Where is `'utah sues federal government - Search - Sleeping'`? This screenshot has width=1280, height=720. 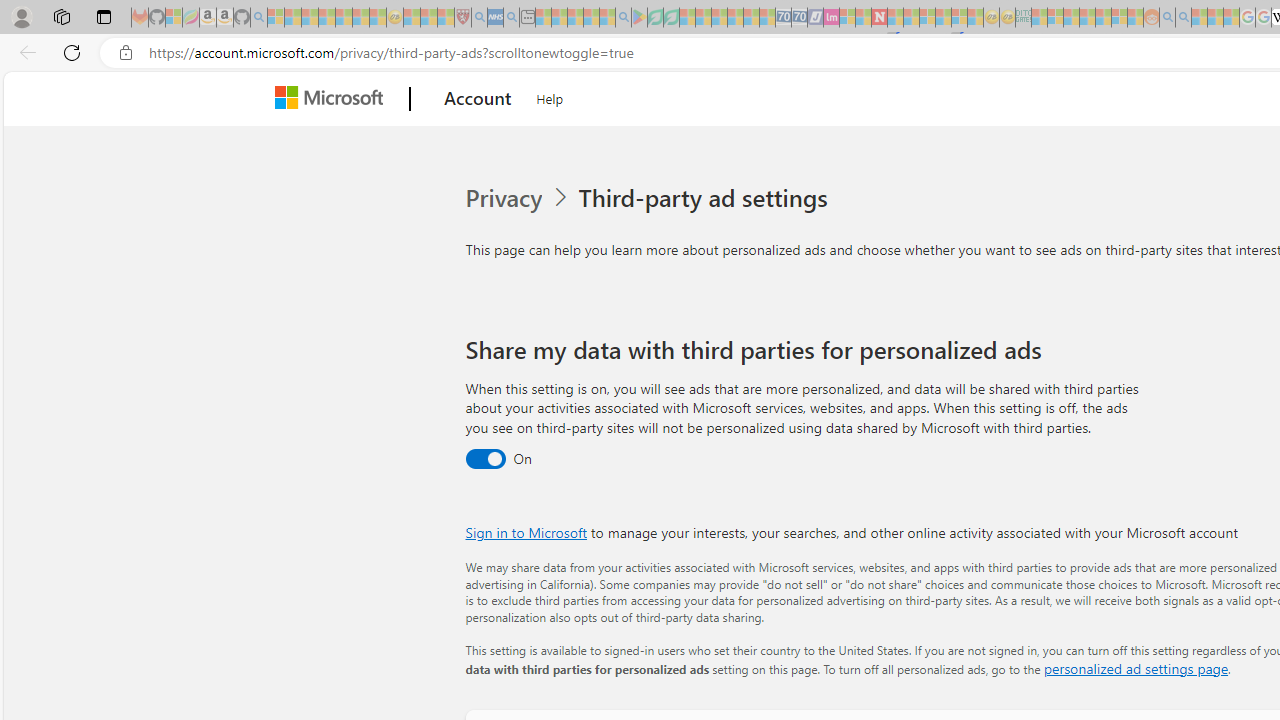 'utah sues federal government - Search - Sleeping' is located at coordinates (511, 17).